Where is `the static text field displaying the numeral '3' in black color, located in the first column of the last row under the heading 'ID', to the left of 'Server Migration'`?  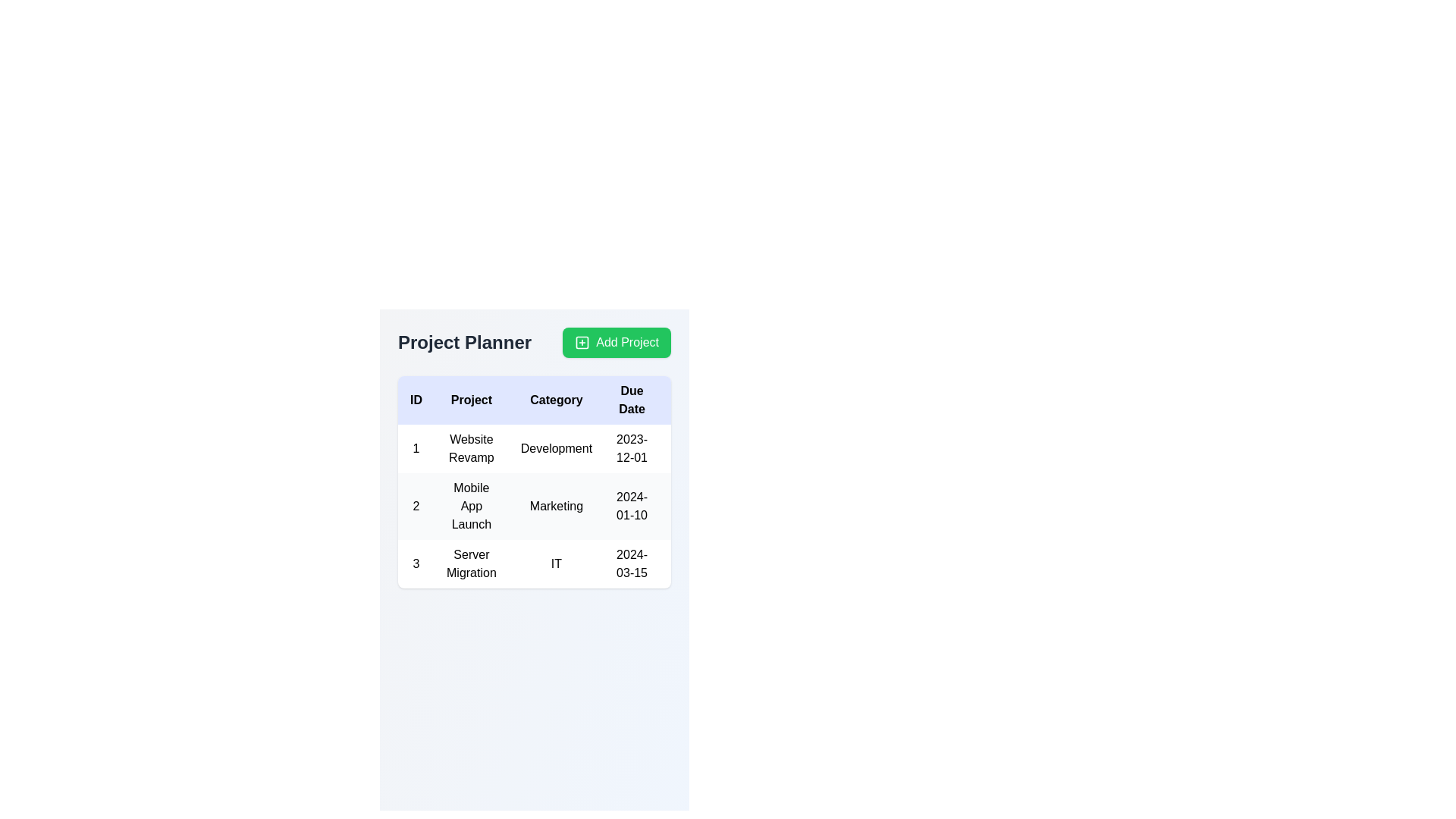
the static text field displaying the numeral '3' in black color, located in the first column of the last row under the heading 'ID', to the left of 'Server Migration' is located at coordinates (416, 564).